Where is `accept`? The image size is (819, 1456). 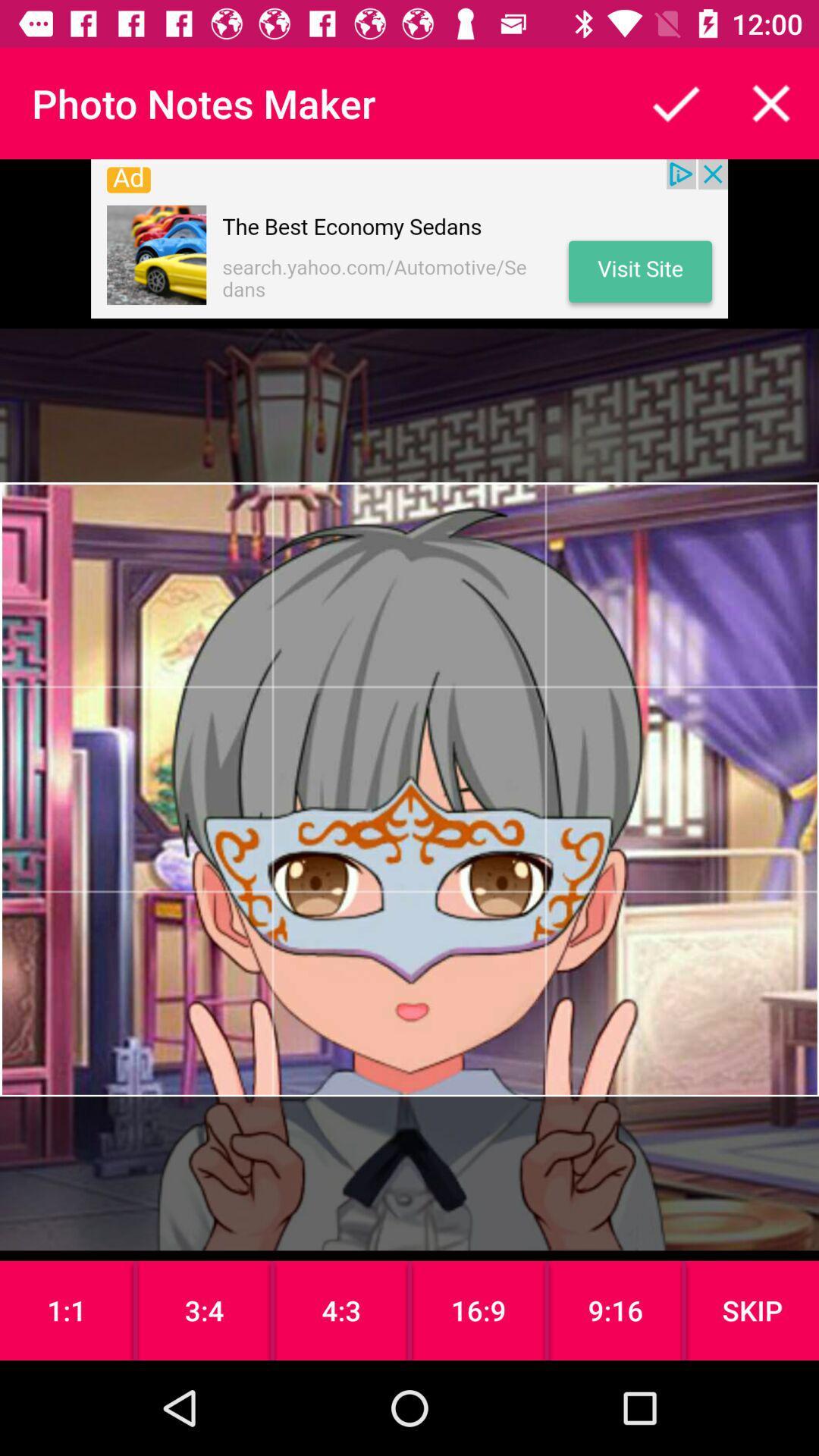
accept is located at coordinates (675, 102).